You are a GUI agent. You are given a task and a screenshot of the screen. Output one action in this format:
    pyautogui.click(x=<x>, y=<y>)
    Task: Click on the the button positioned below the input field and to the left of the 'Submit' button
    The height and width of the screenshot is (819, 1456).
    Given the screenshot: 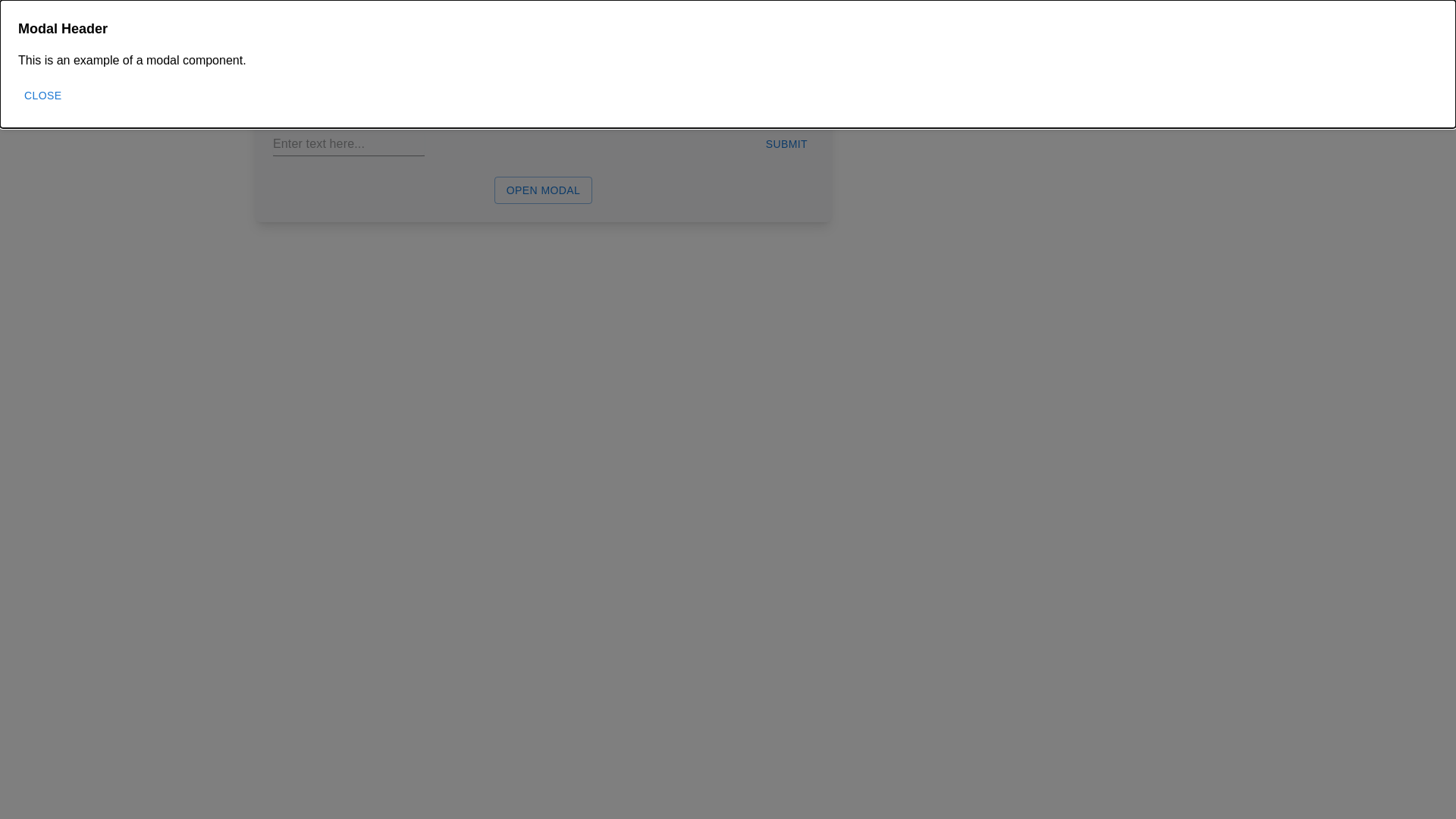 What is the action you would take?
    pyautogui.click(x=543, y=180)
    